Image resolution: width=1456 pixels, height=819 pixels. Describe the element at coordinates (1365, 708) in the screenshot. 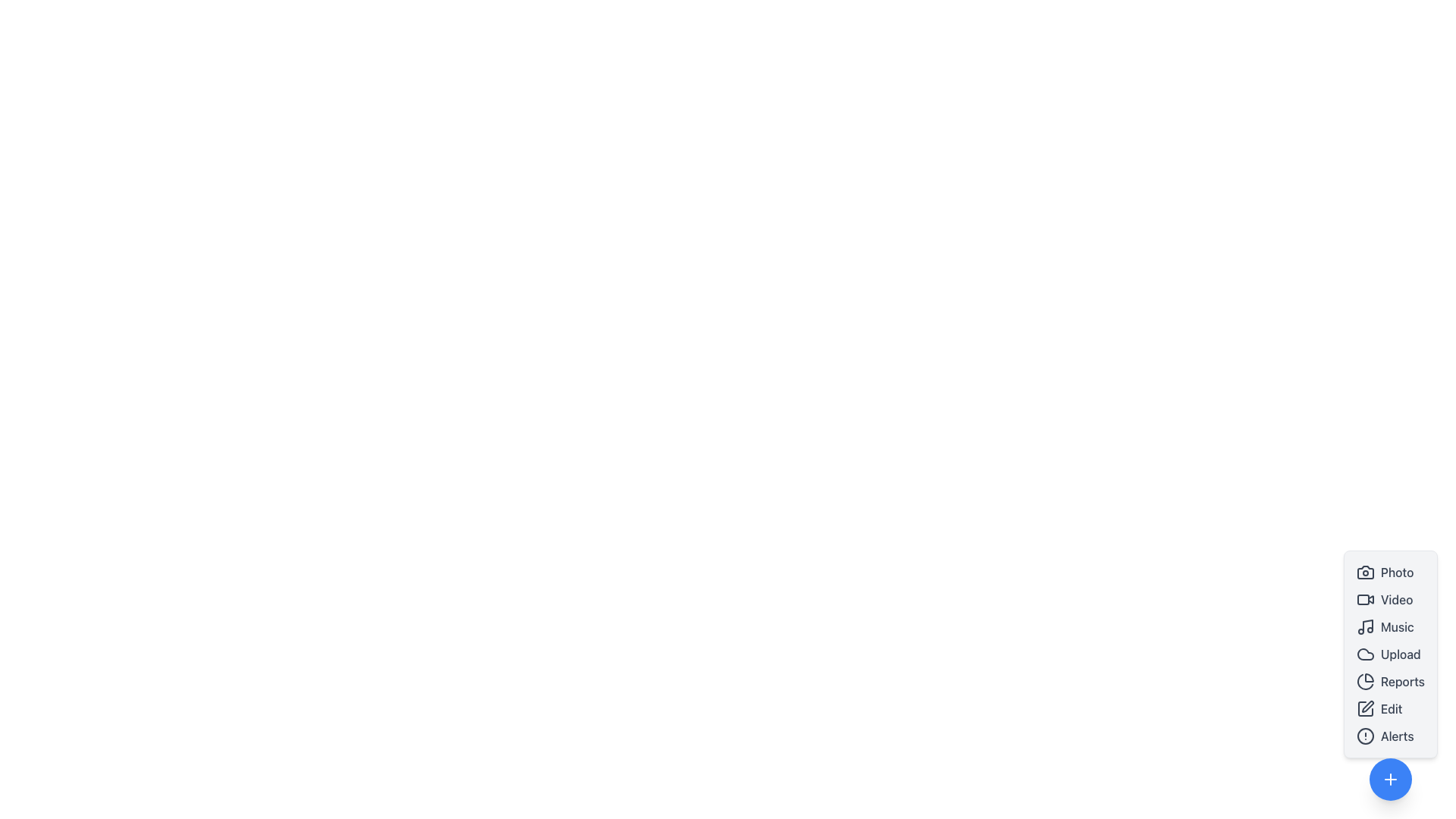

I see `the 'Edit' button represented by the outlined square icon located within the vertical menu on the right-hand side of the interface` at that location.